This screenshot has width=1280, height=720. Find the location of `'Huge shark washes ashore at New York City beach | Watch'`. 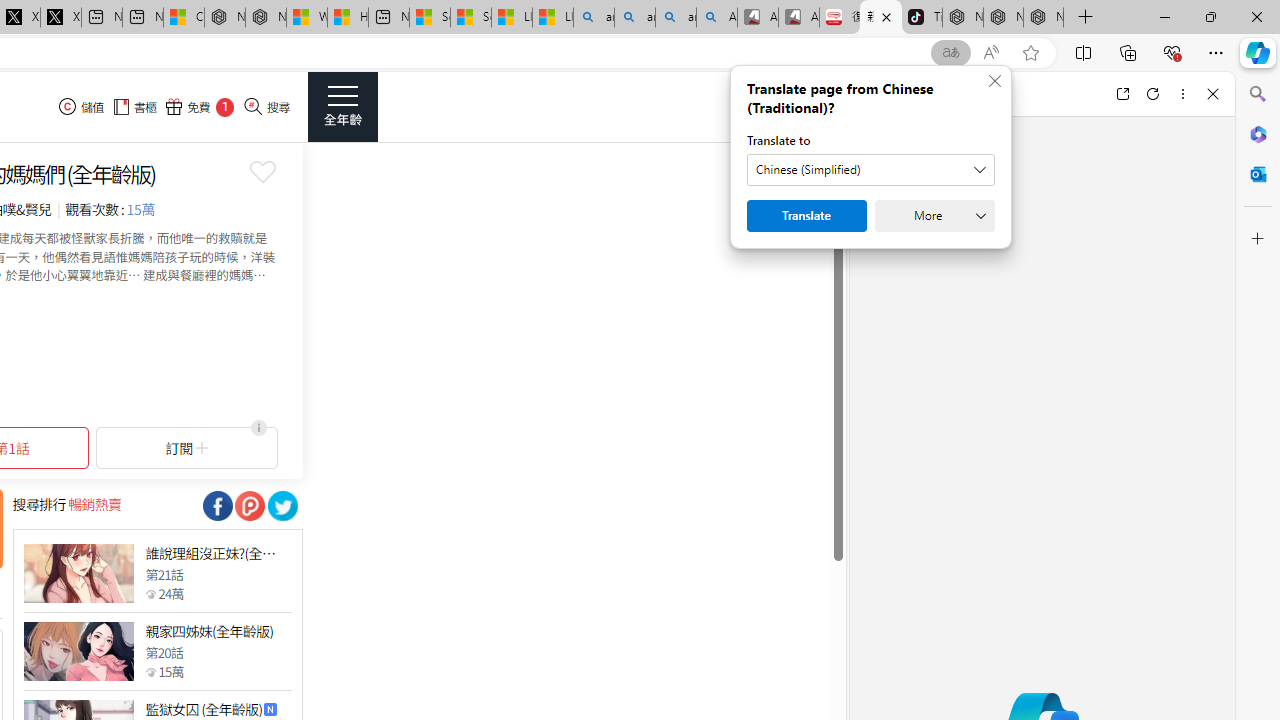

'Huge shark washes ashore at New York City beach | Watch' is located at coordinates (348, 17).